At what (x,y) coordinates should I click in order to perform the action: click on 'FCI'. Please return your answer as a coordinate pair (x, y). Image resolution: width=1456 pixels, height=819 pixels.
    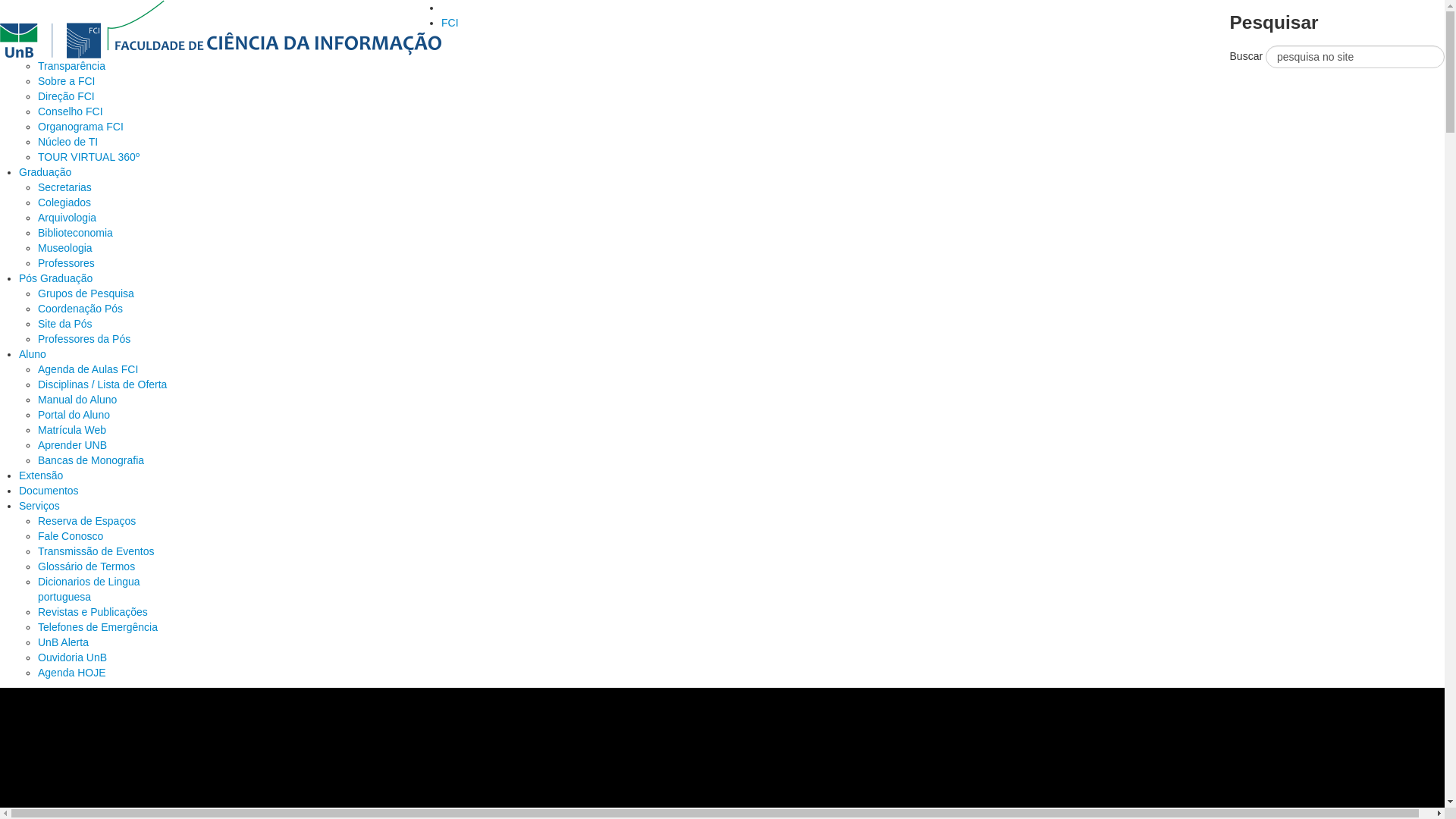
    Looking at the image, I should click on (449, 23).